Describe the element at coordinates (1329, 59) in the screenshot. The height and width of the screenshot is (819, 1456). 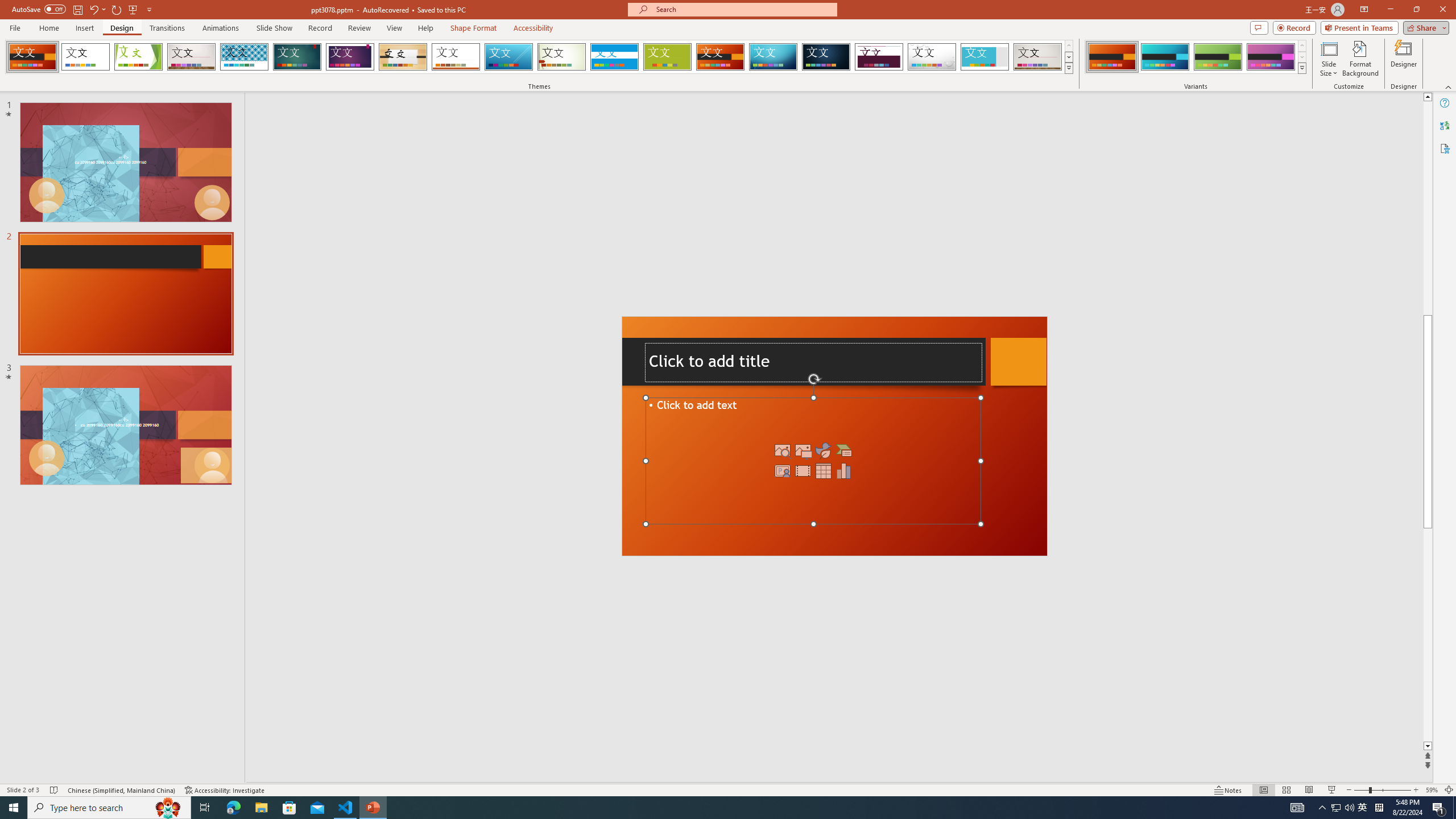
I see `'Slide Size'` at that location.